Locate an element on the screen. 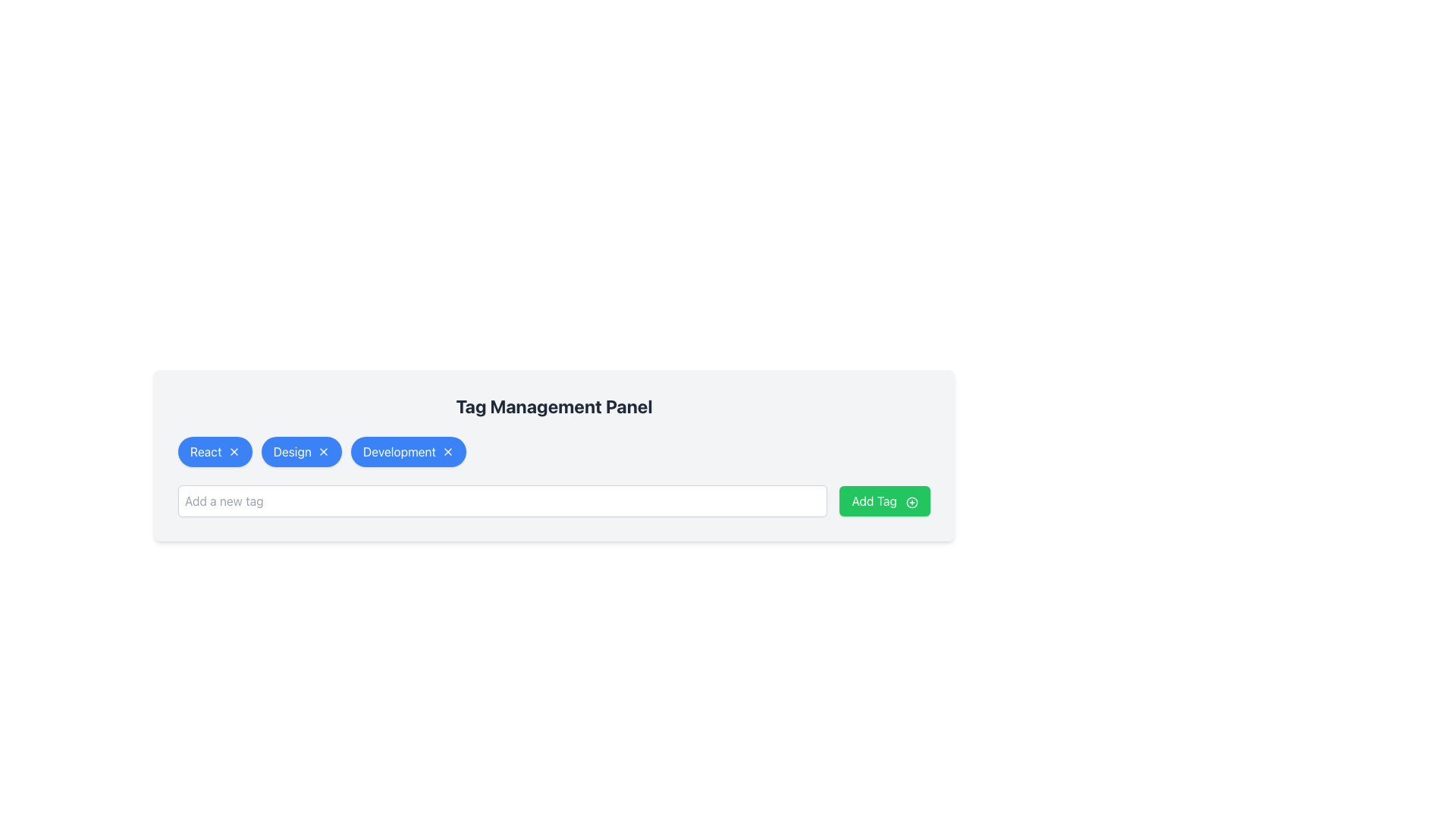 This screenshot has width=1456, height=819. the 'Development' tag button in the tag management panel, which is the third tag button in a row of three tags: 'React', 'Design', and 'Development' is located at coordinates (408, 451).